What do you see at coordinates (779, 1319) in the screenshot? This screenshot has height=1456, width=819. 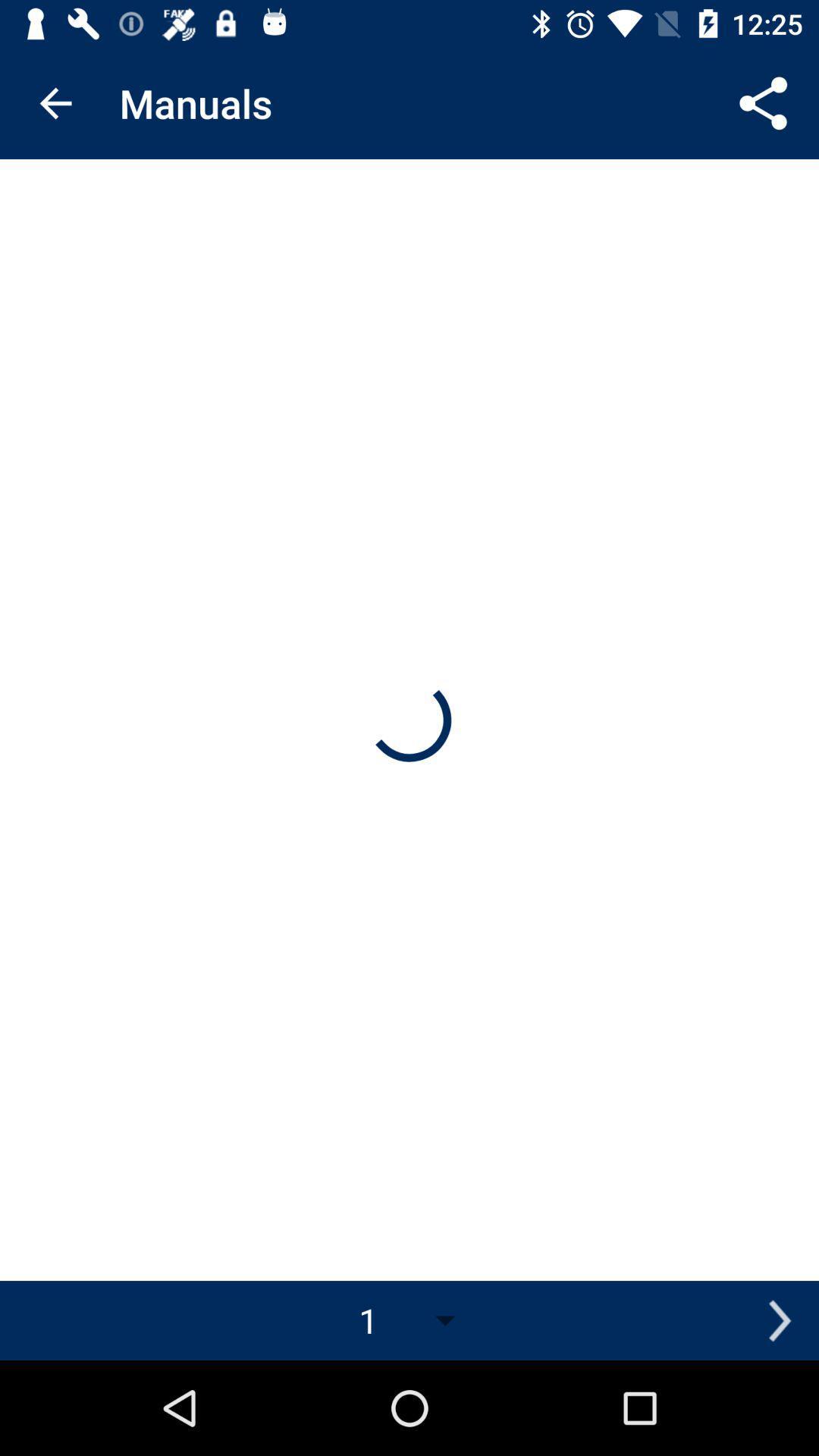 I see `the item at the bottom right corner` at bounding box center [779, 1319].